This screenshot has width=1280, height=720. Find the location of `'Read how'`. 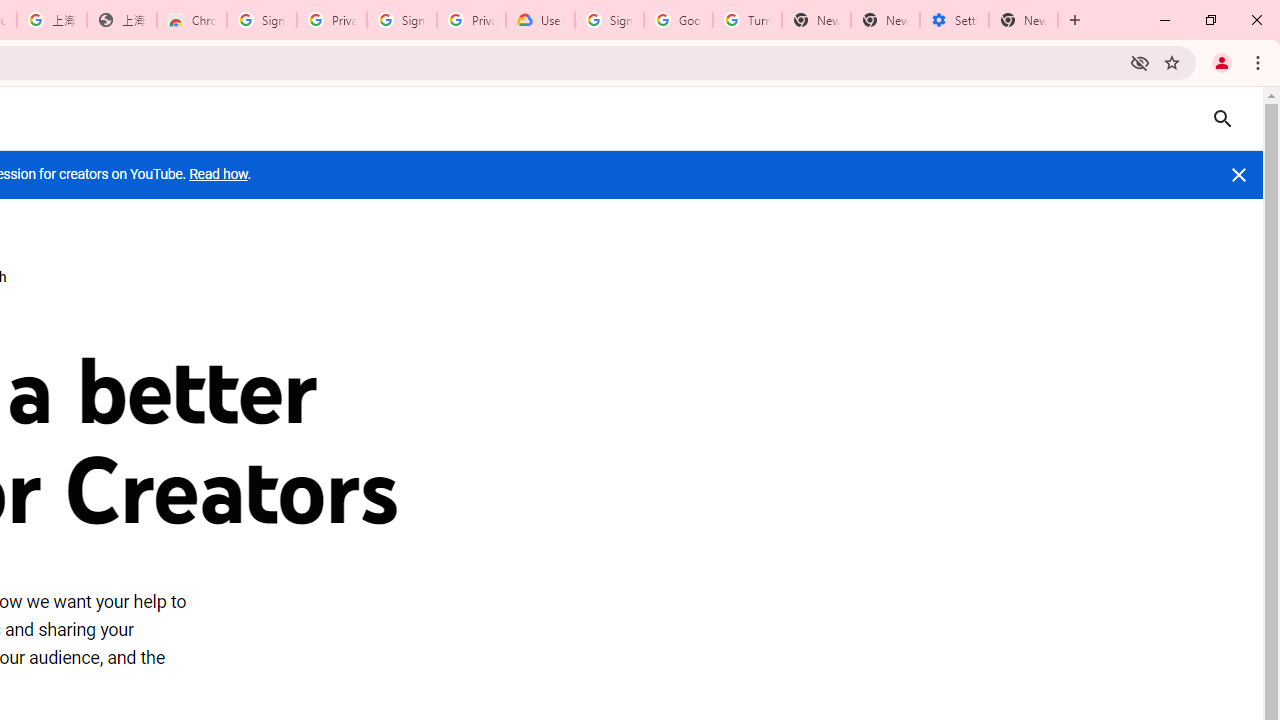

'Read how' is located at coordinates (218, 173).